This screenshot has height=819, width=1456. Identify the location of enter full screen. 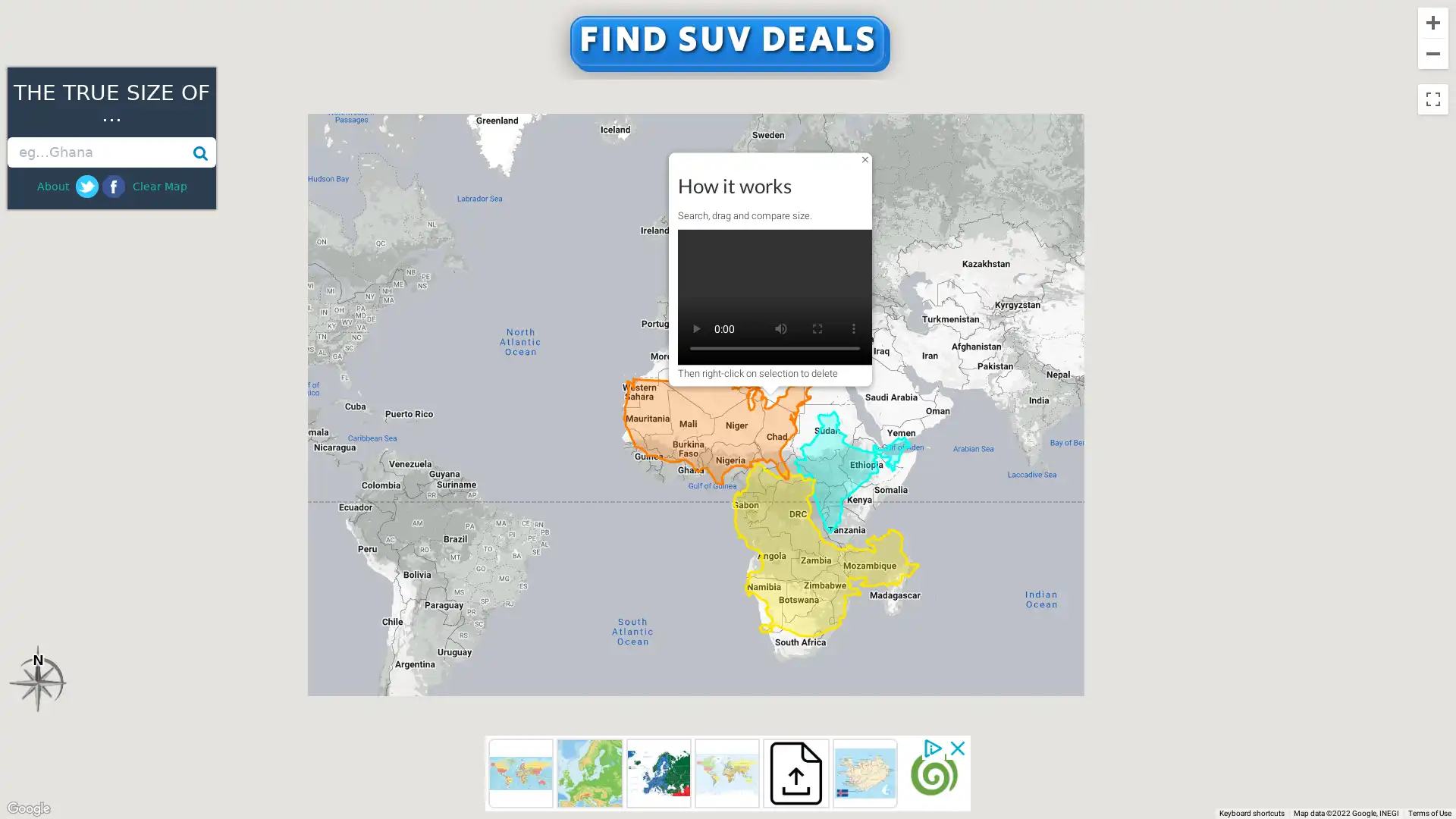
(817, 327).